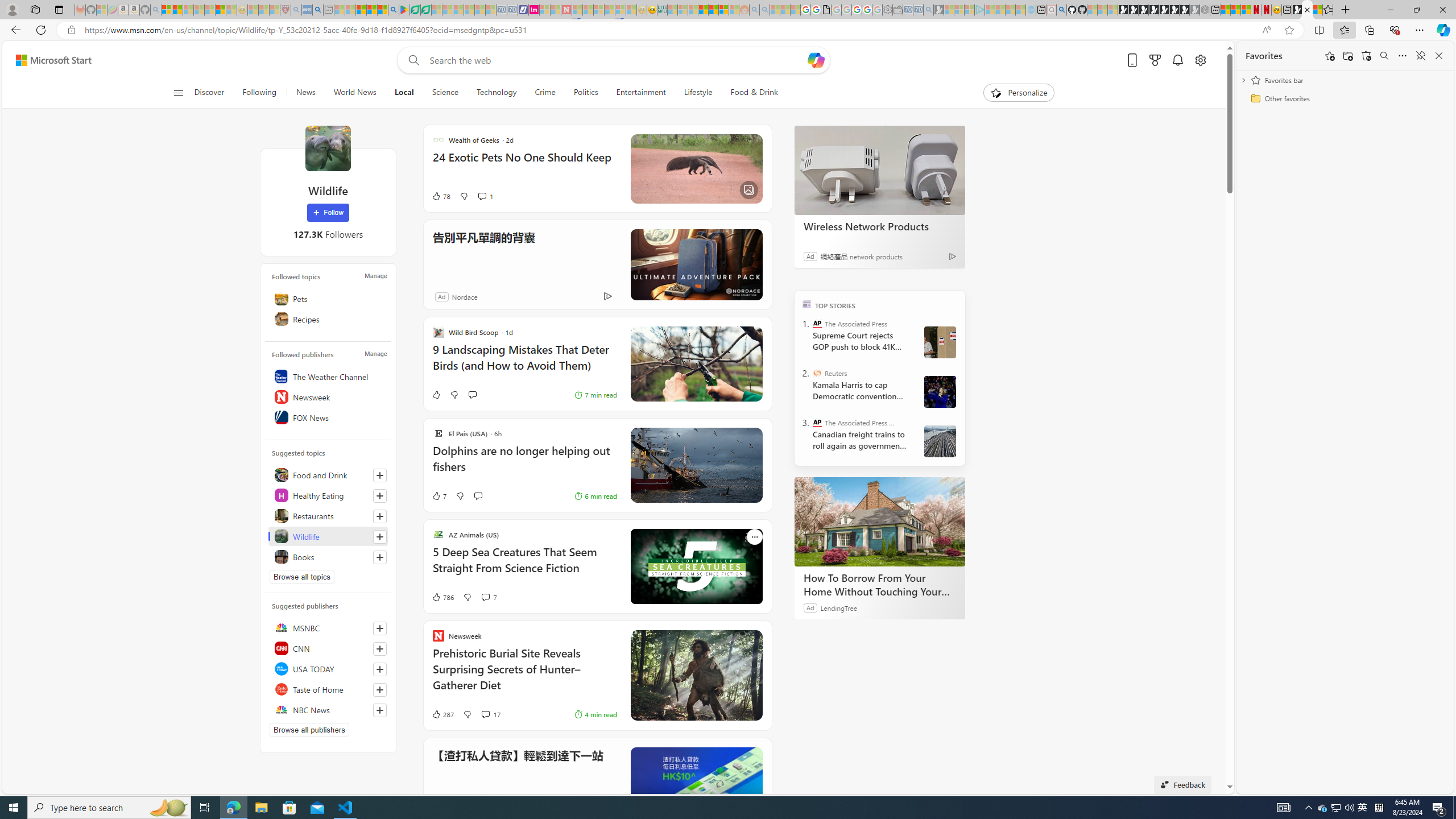  I want to click on 'Follow this source', so click(380, 710).